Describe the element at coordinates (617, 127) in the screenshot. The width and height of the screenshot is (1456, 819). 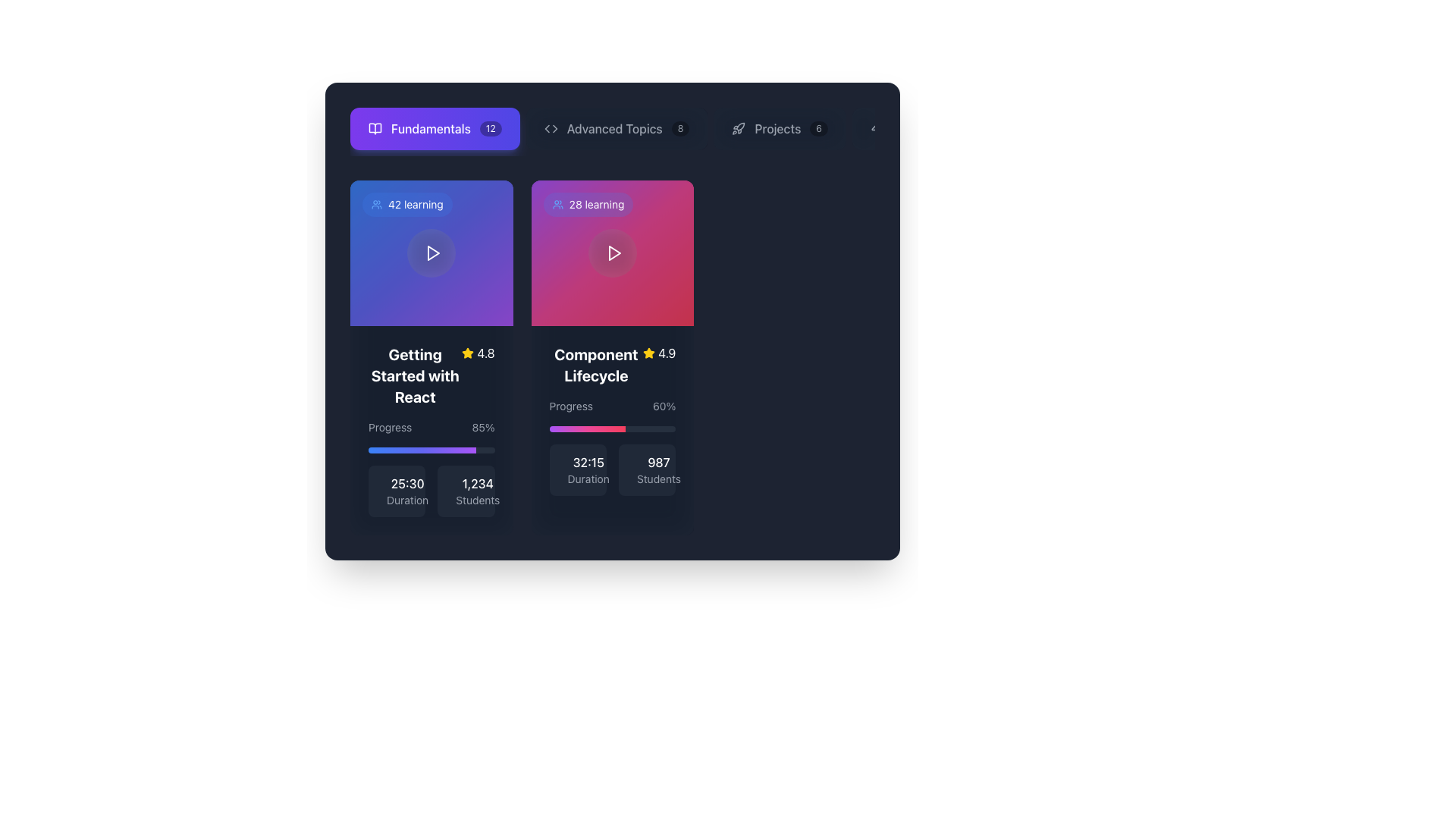
I see `the 'Advanced Topics' button, which has a numeric badge indicating '8'` at that location.